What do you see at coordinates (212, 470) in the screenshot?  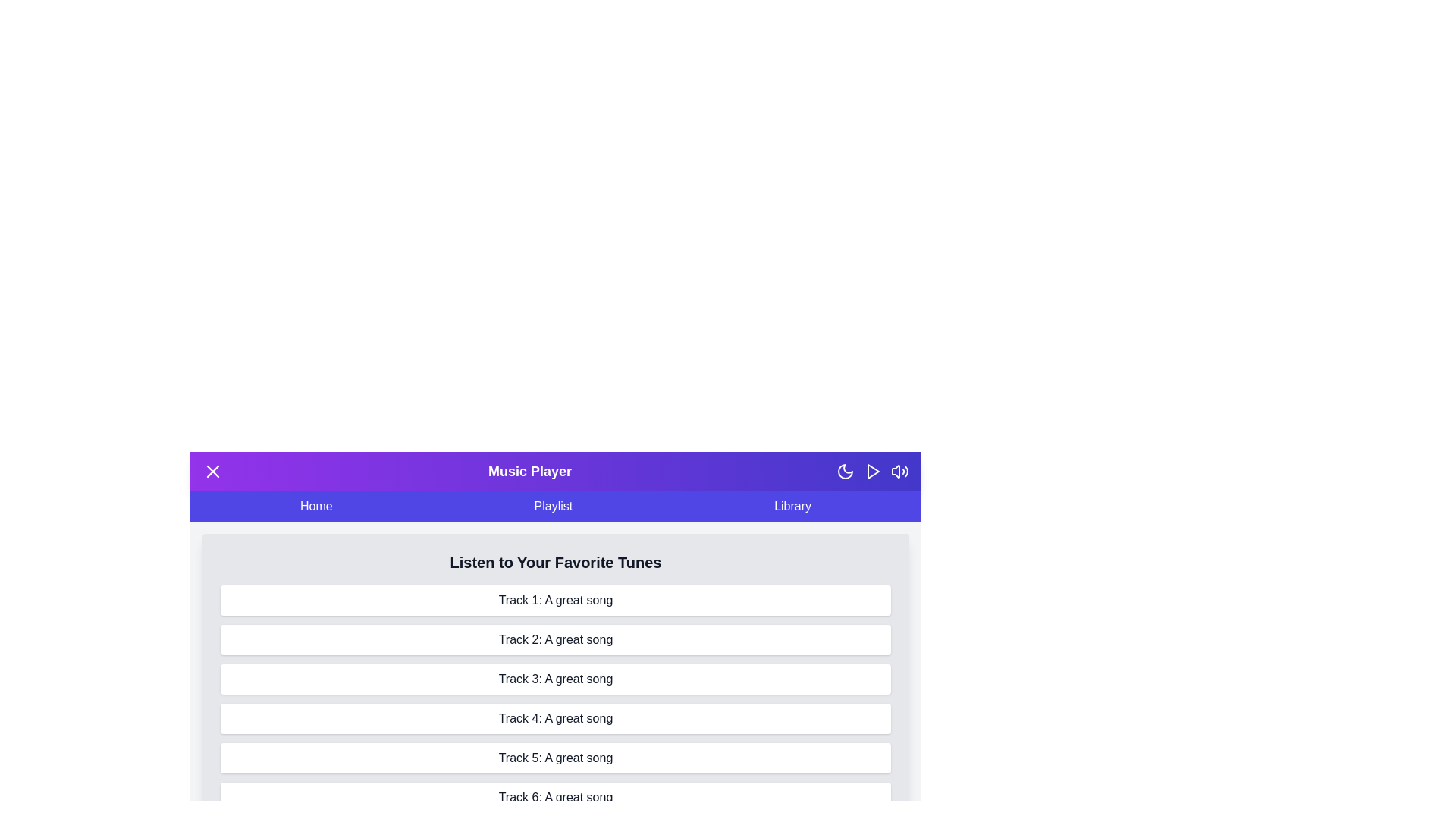 I see `the menu button to toggle the menu state` at bounding box center [212, 470].